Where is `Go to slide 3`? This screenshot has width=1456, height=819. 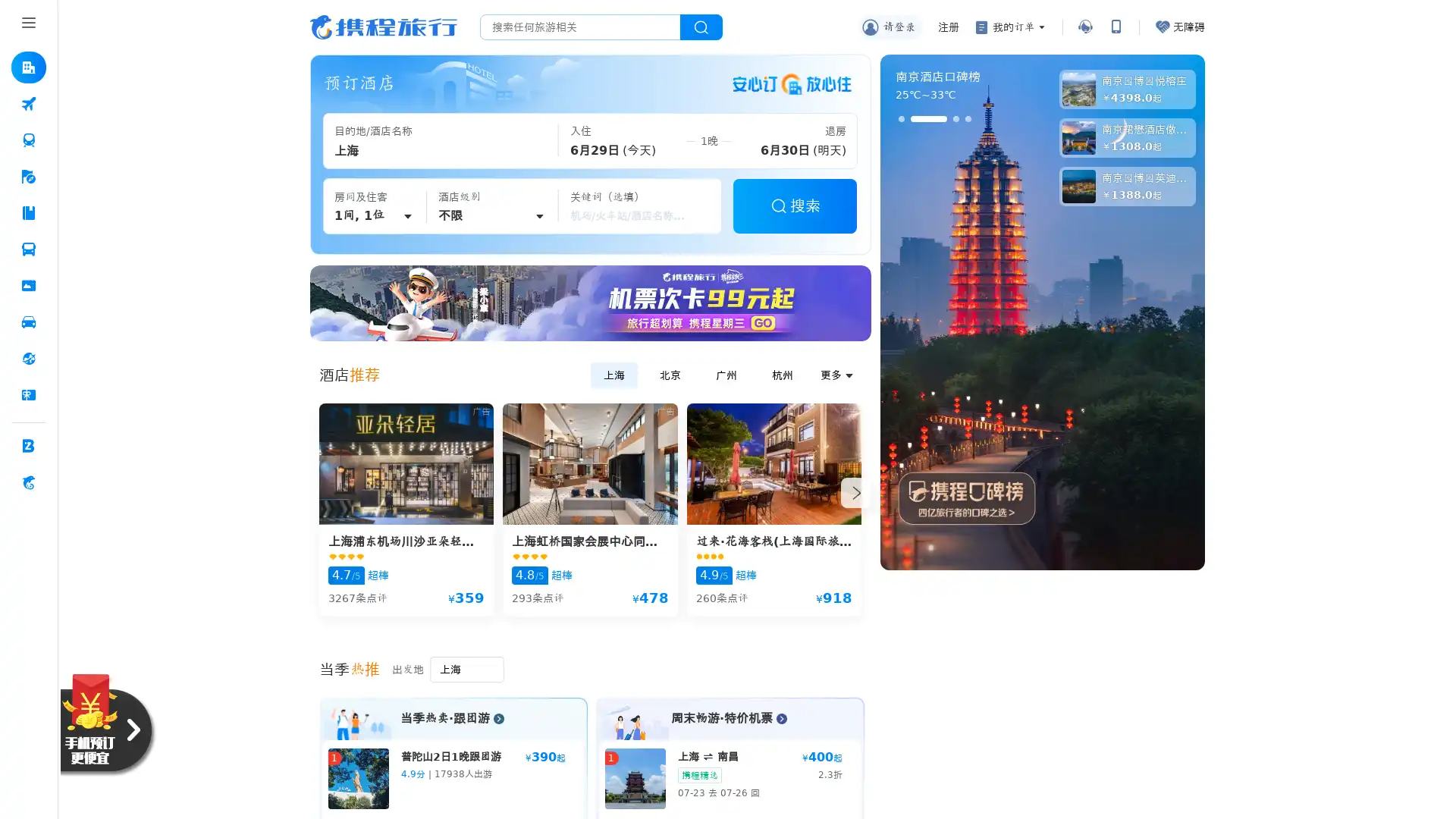
Go to slide 3 is located at coordinates (954, 118).